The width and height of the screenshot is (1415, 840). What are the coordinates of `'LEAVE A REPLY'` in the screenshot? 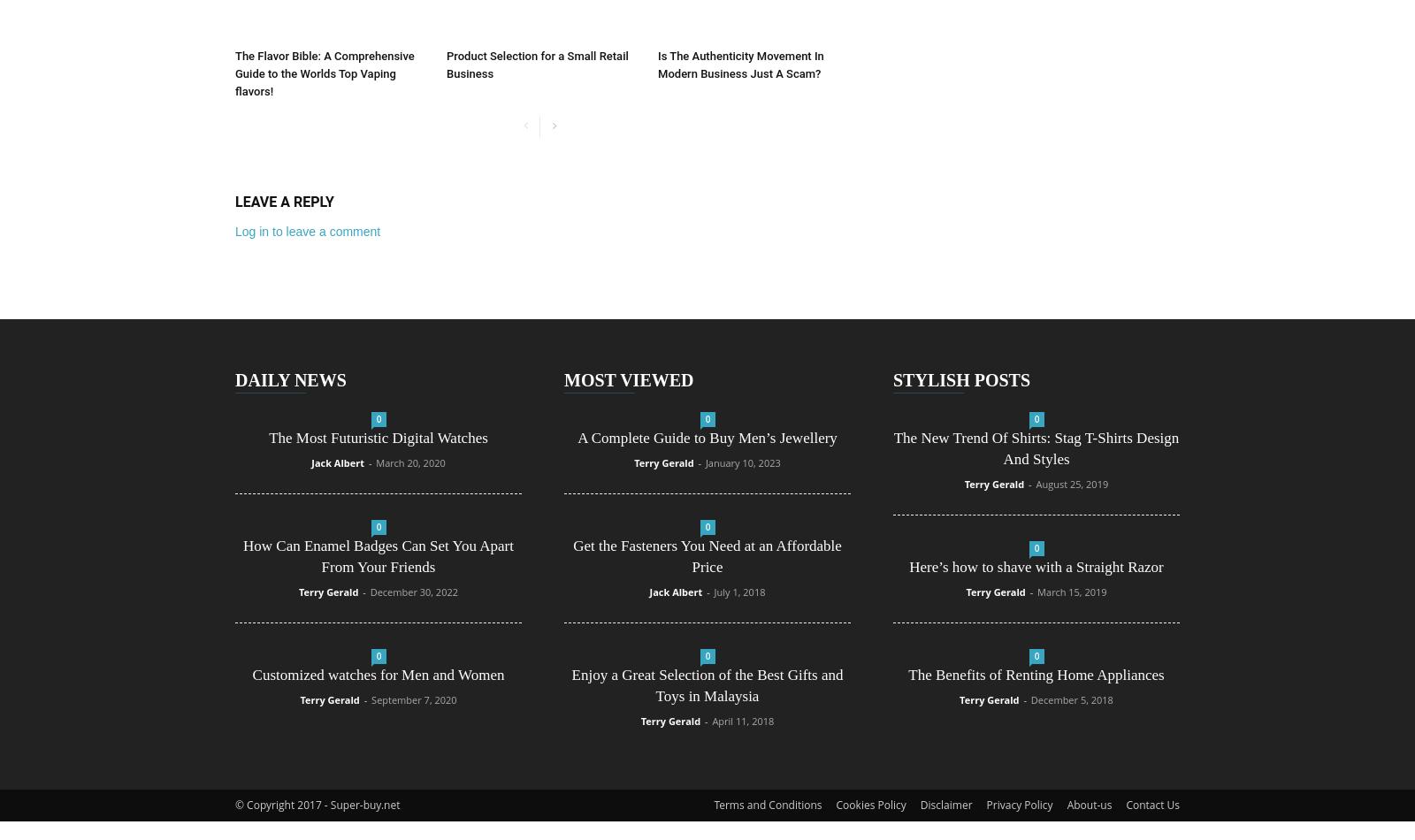 It's located at (284, 201).